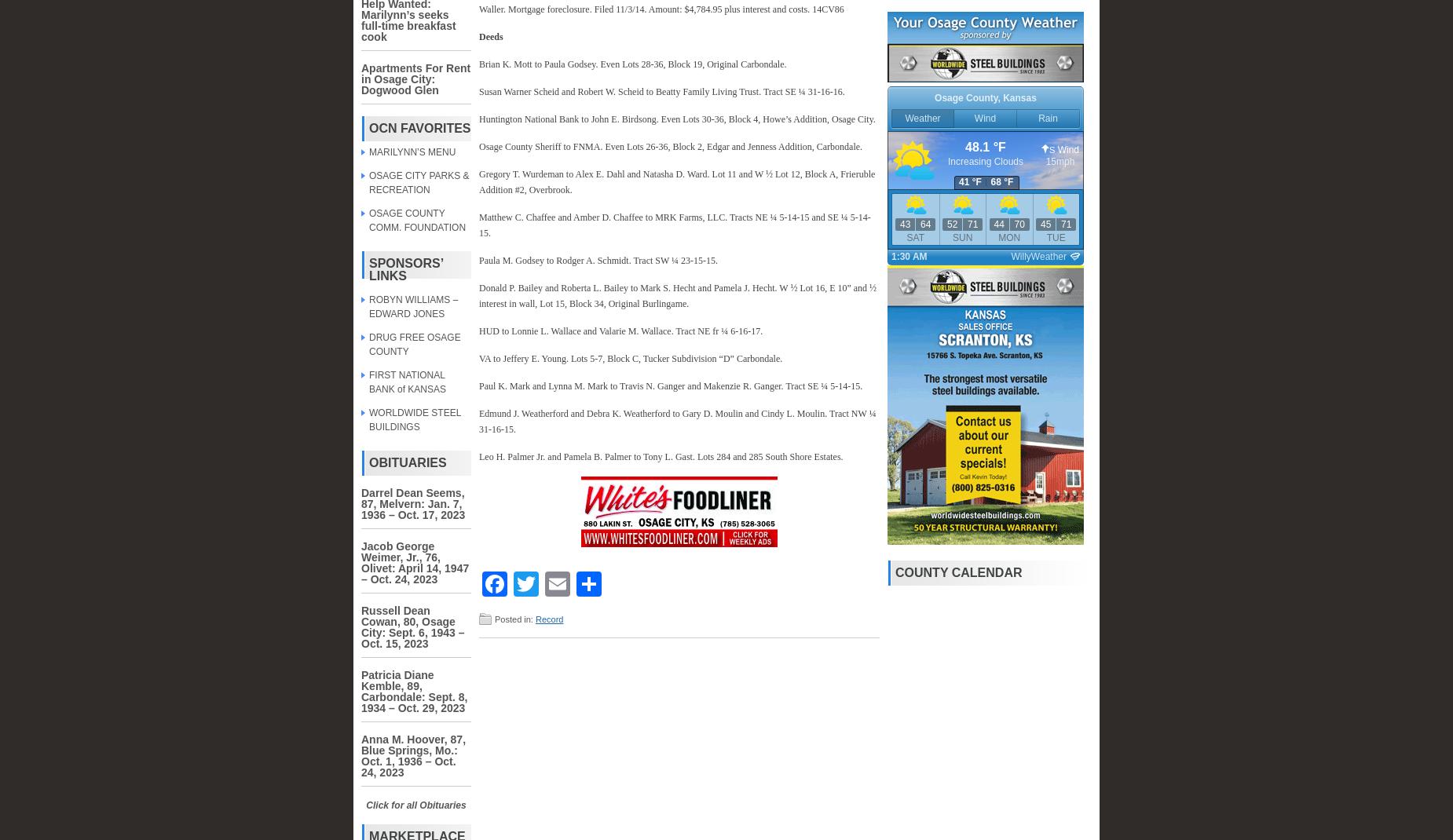 This screenshot has width=1453, height=840. I want to click on 'Susan Warner Scheid and Robert W. Scheid to Beatty Family Living Trust. Tract SE ¼ 31-16-16.', so click(661, 90).